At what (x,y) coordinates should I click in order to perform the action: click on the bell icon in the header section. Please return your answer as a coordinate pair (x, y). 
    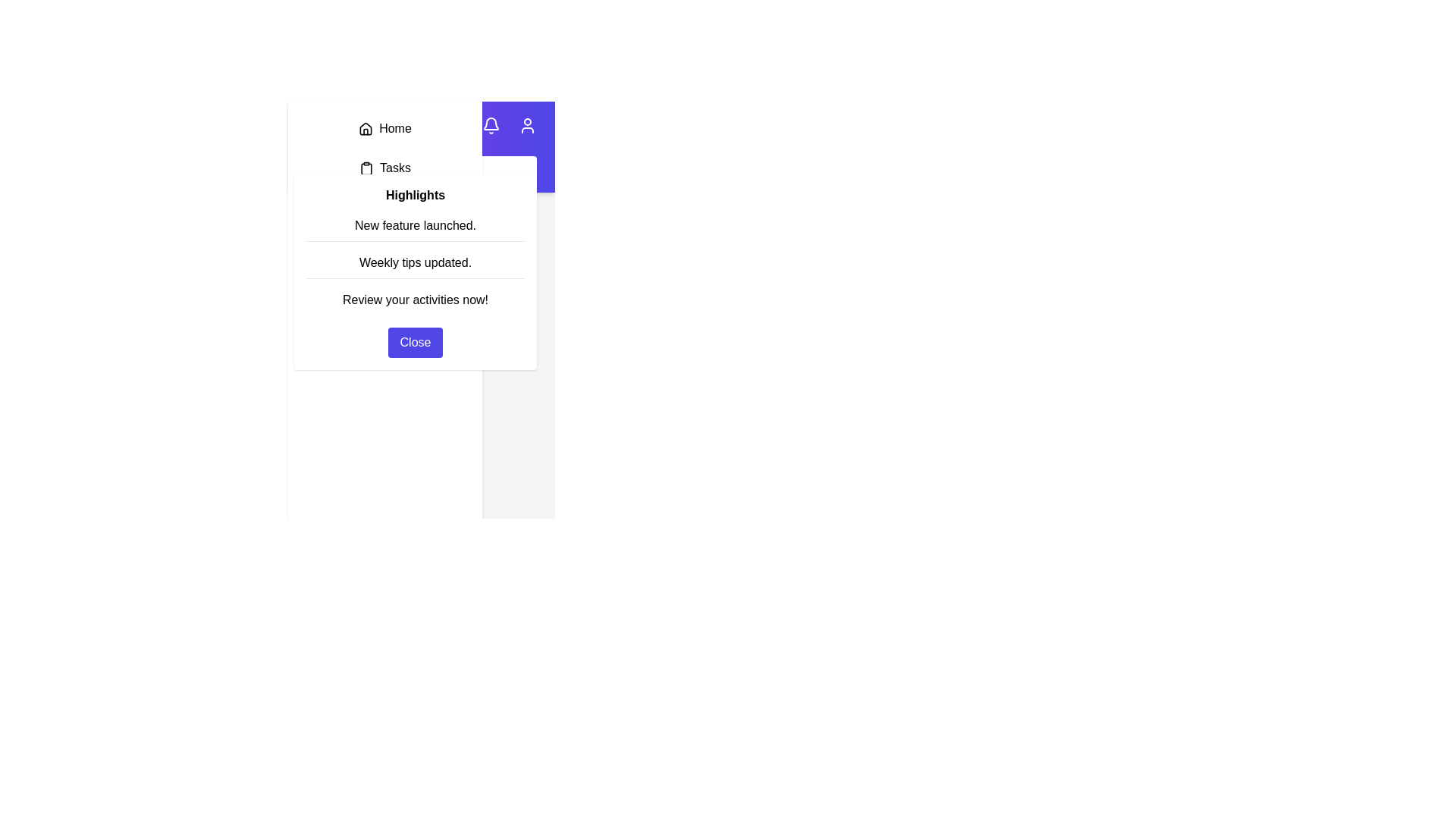
    Looking at the image, I should click on (491, 124).